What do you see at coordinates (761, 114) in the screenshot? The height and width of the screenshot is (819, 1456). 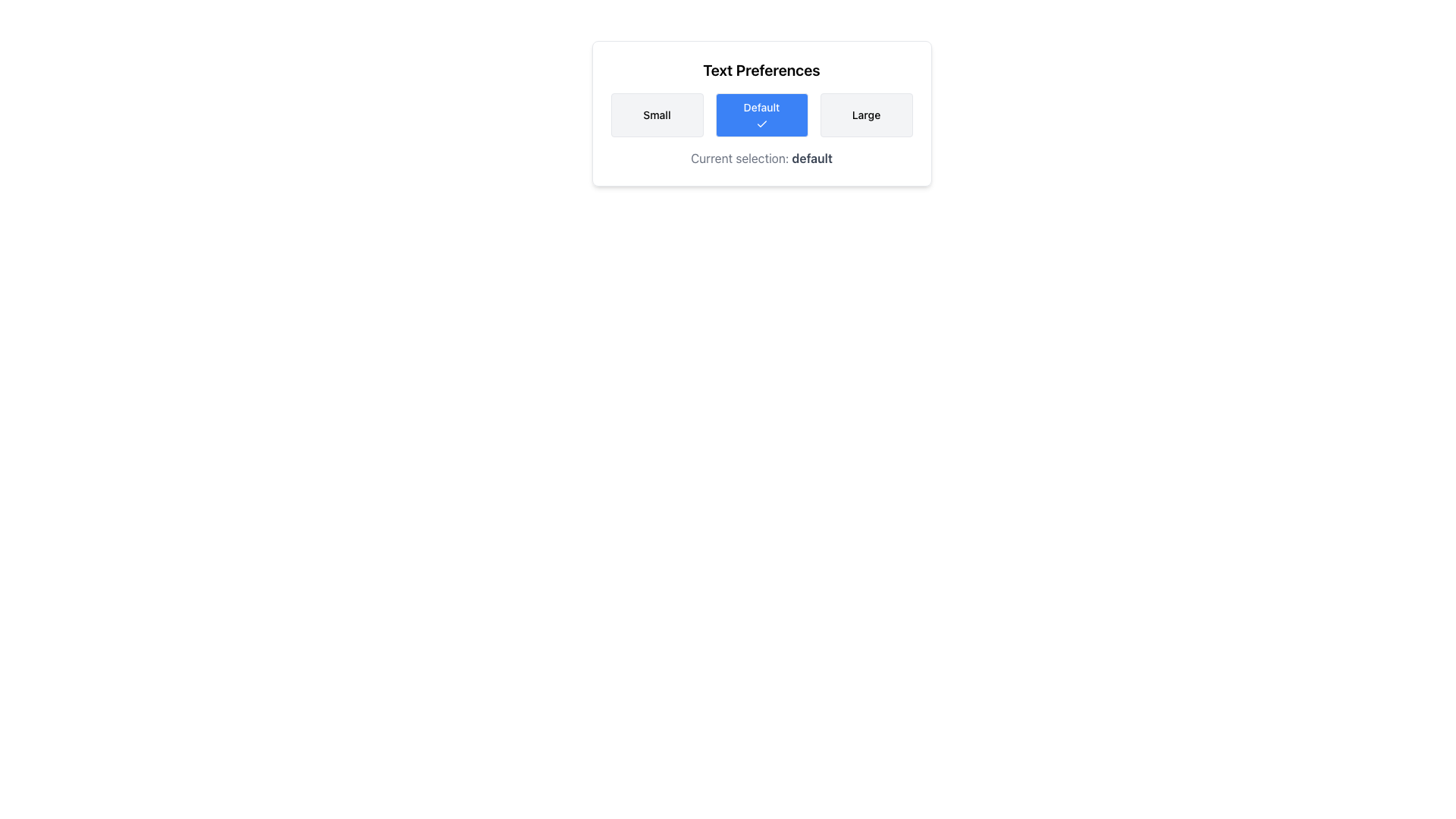 I see `the middle button labeled 'Default' with a blue background and a checkmark icon beneath it, which is positioned centrally in a three-button group under the 'Text Preferences' title` at bounding box center [761, 114].